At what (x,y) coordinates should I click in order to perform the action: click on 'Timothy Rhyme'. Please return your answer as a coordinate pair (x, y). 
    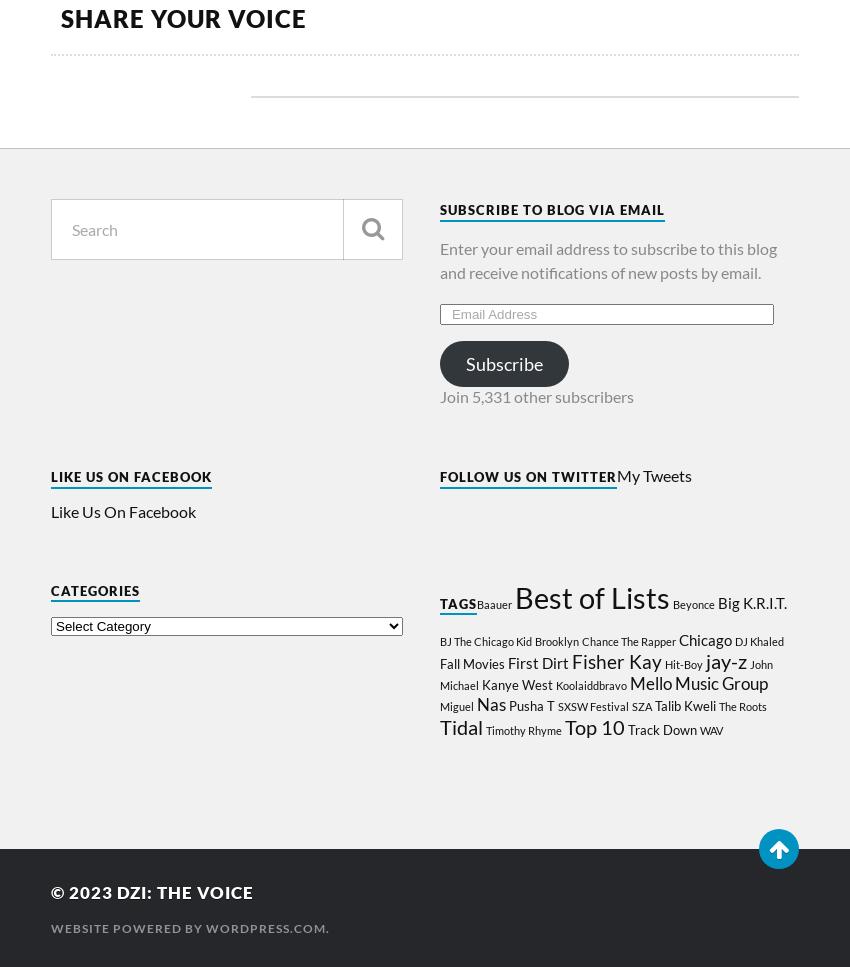
    Looking at the image, I should click on (485, 729).